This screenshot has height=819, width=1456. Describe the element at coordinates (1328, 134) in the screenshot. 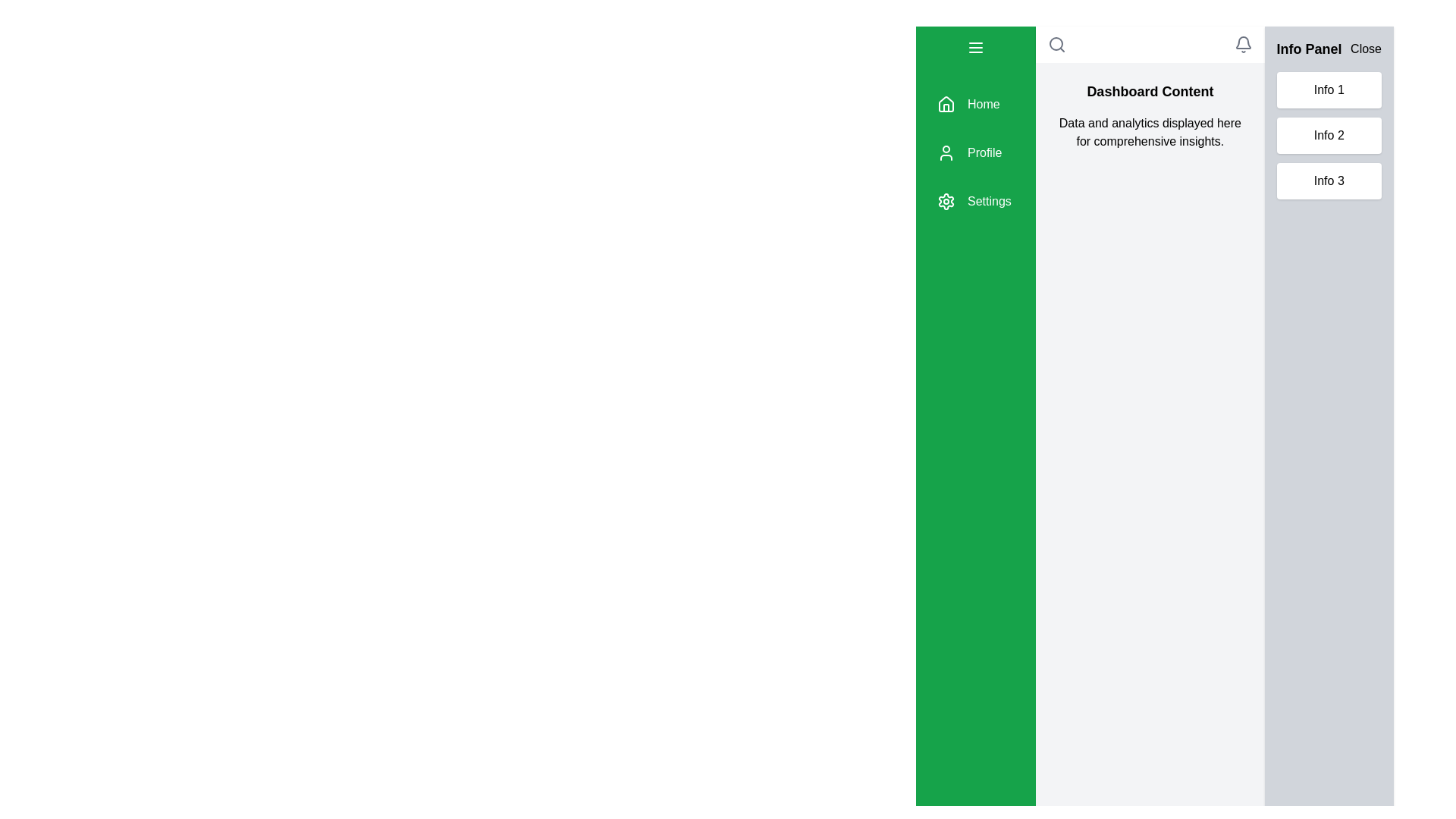

I see `text displayed in the List located on the rightmost grey panel below the 'Info Panel' header and 'Close' button` at that location.